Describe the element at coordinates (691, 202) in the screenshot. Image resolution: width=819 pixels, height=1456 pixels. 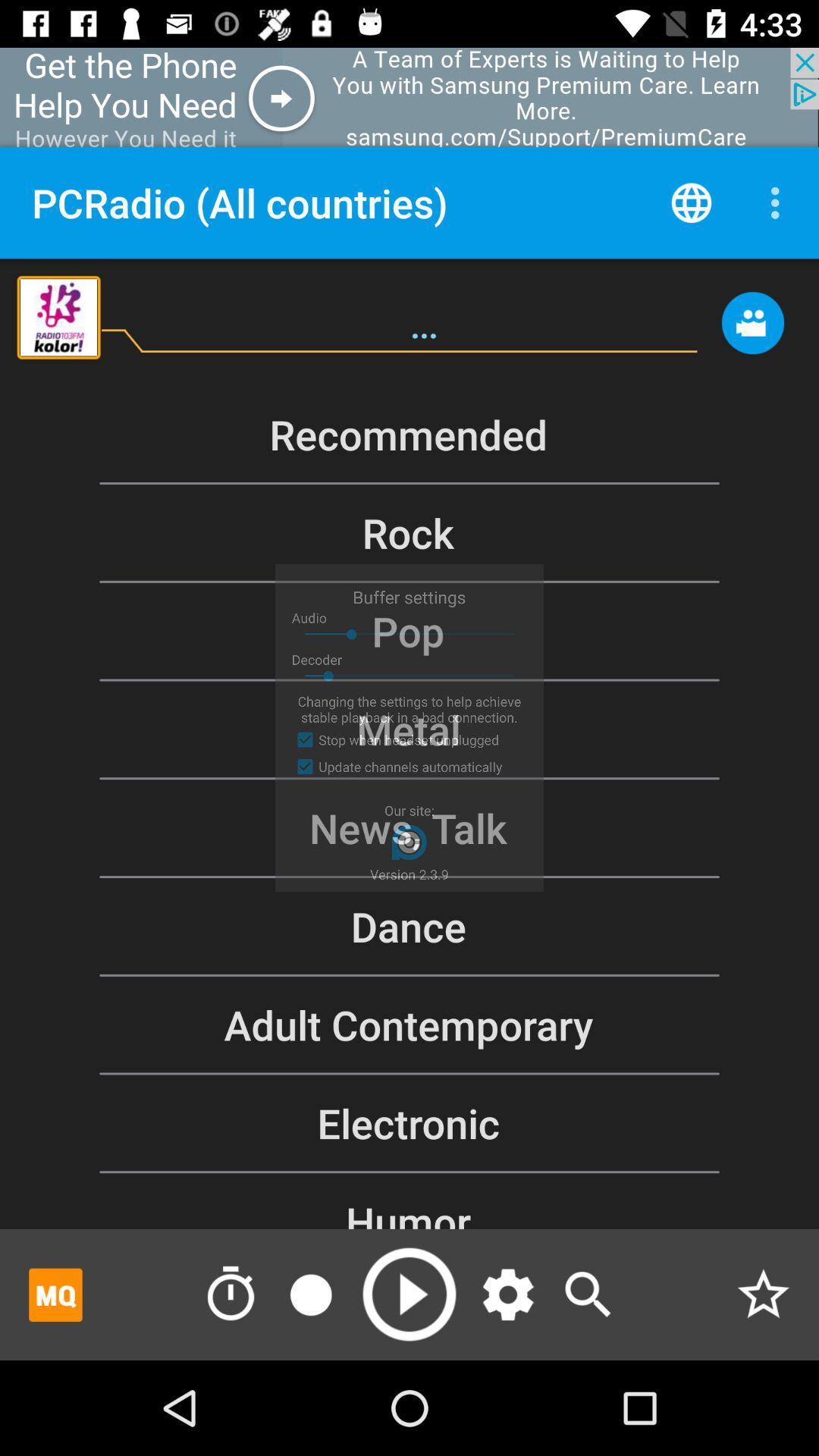
I see `open web browser` at that location.